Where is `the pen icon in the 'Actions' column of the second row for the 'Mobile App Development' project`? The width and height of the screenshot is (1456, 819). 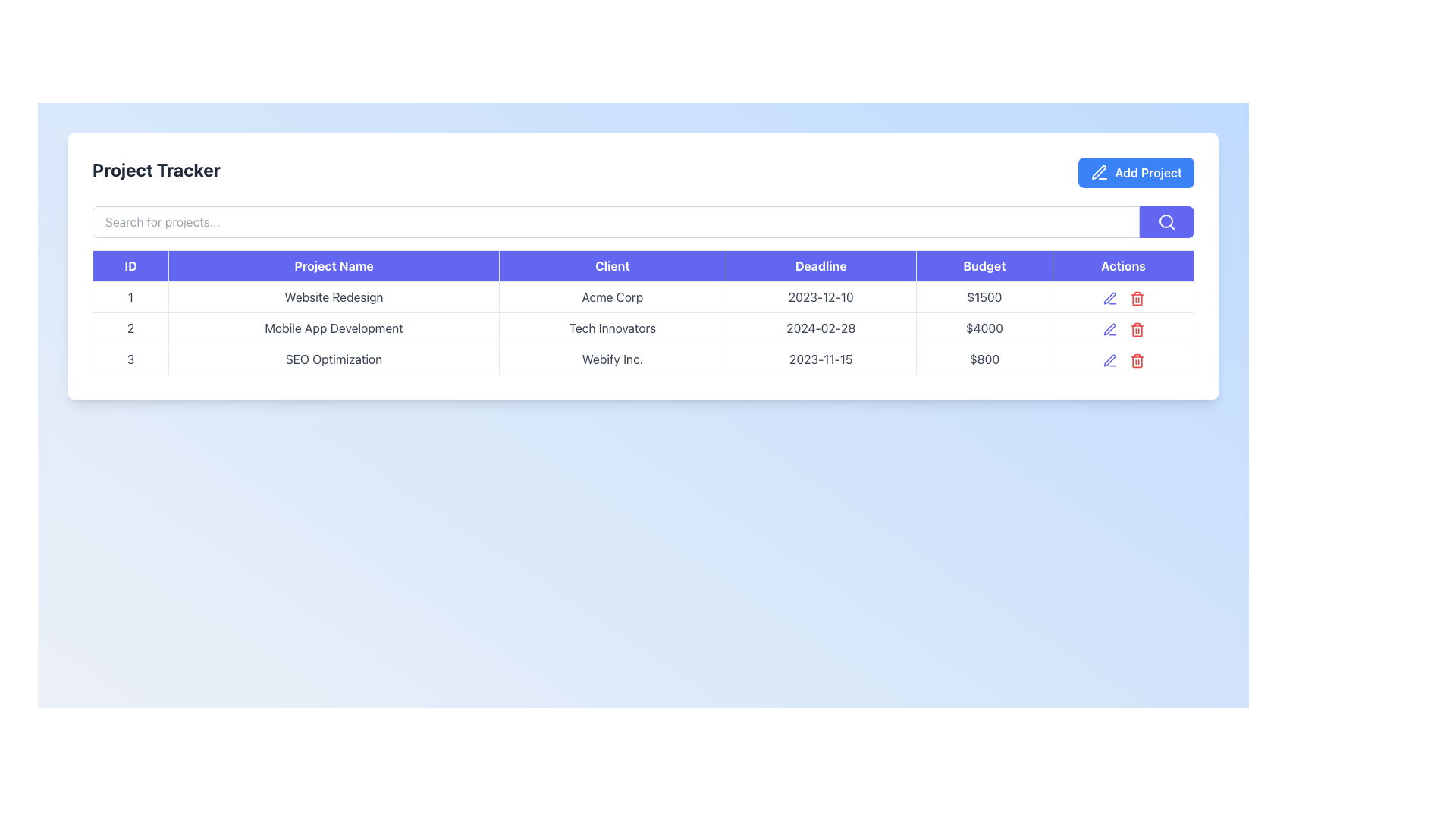 the pen icon in the 'Actions' column of the second row for the 'Mobile App Development' project is located at coordinates (1123, 327).